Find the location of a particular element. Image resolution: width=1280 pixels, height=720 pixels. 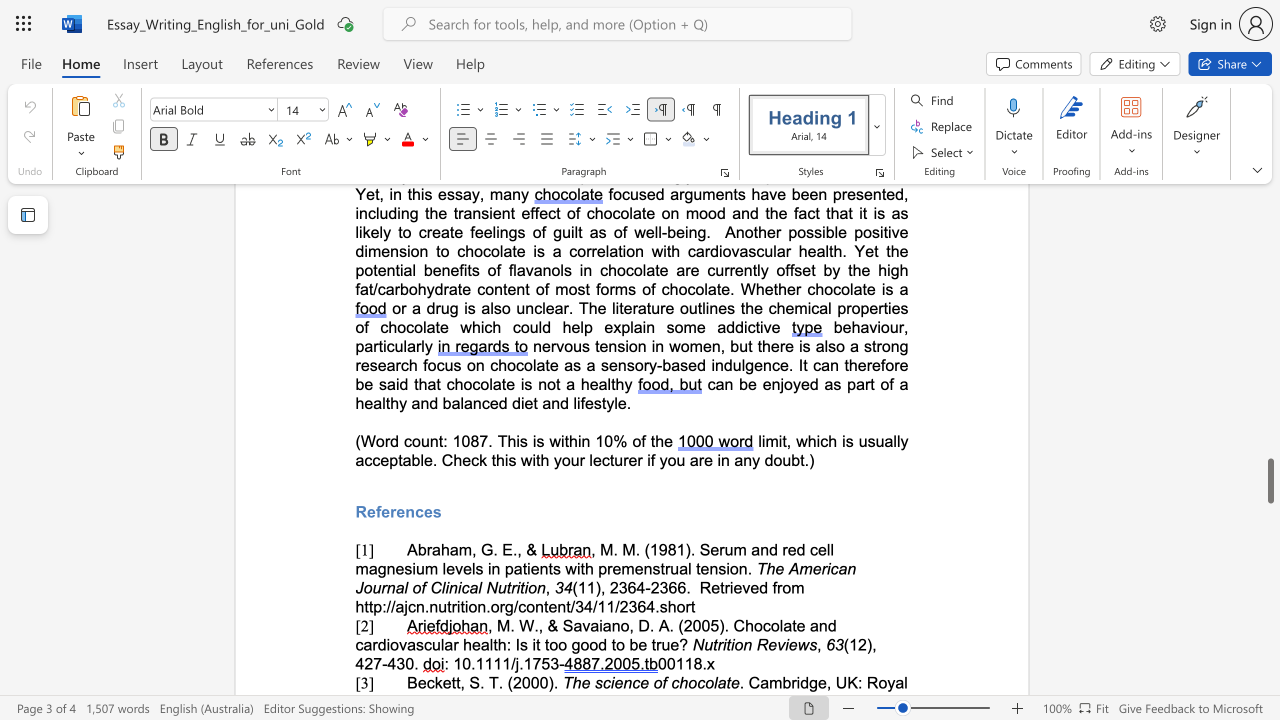

the scrollbar to scroll the page up is located at coordinates (1269, 248).